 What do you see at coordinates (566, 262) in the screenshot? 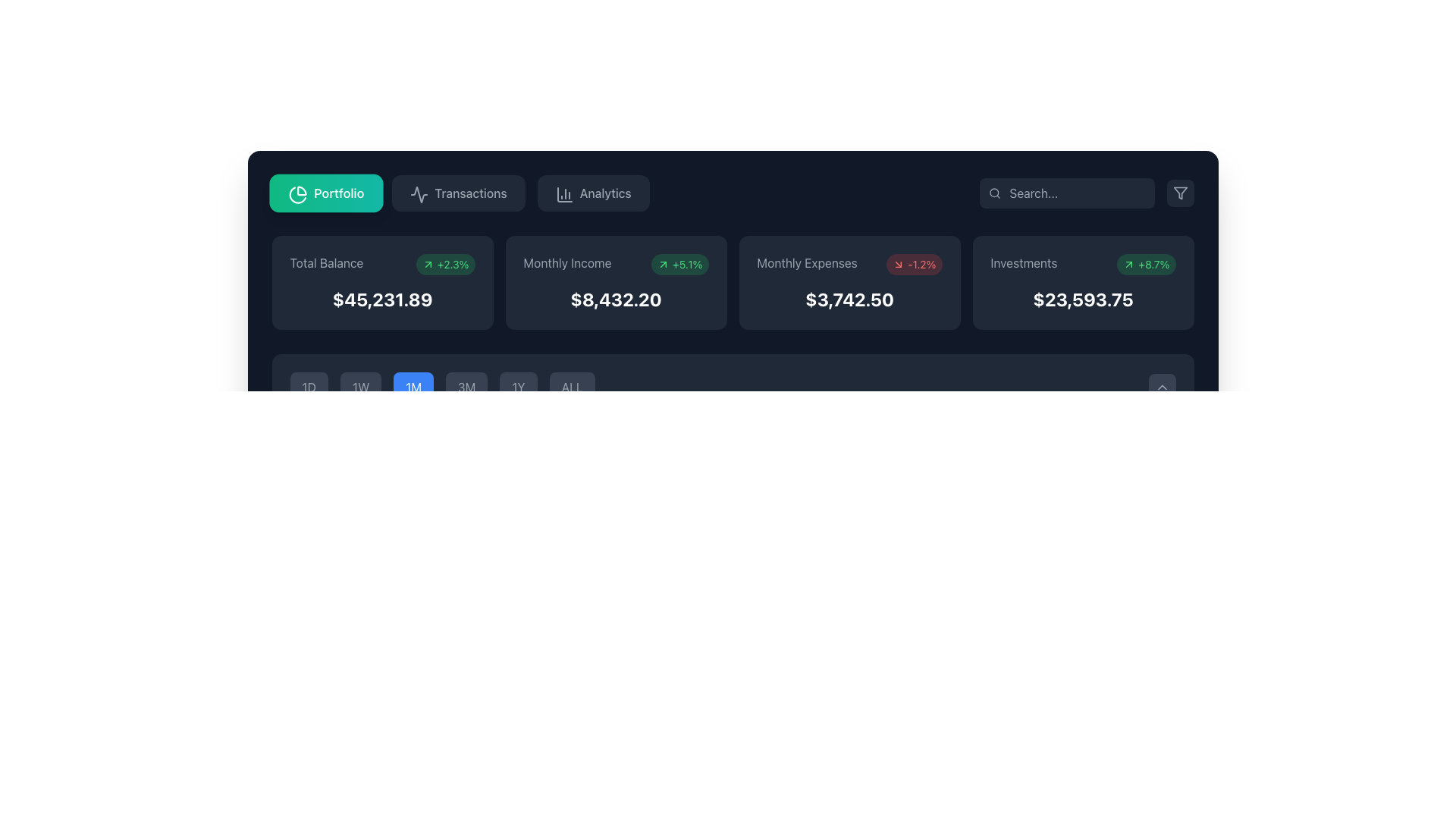
I see `the Text Label that serves as the title for 'Monthly Income', located in the upper-left corner of the second summary card` at bounding box center [566, 262].